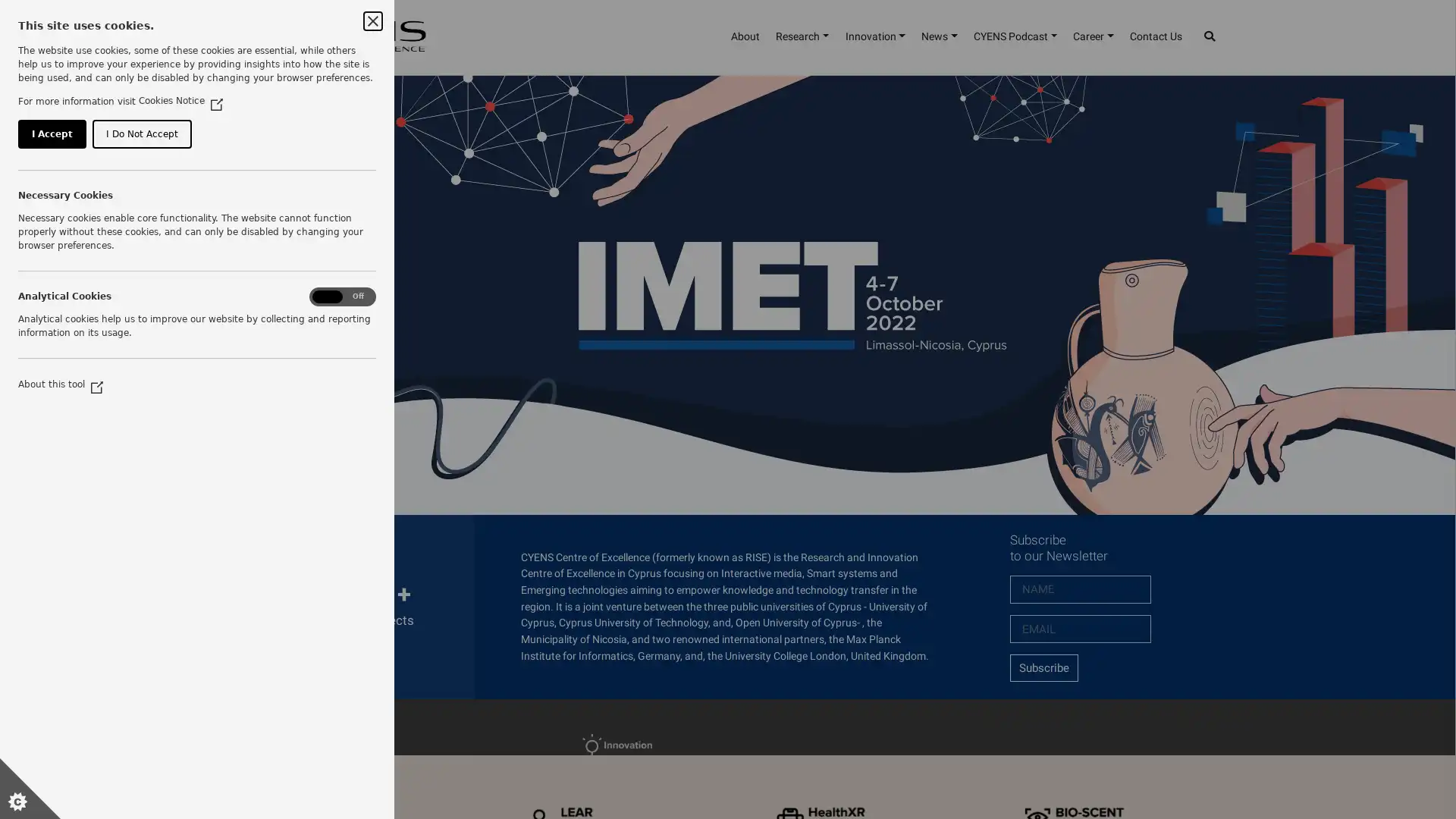  What do you see at coordinates (167, 205) in the screenshot?
I see `I Do Not Accept` at bounding box center [167, 205].